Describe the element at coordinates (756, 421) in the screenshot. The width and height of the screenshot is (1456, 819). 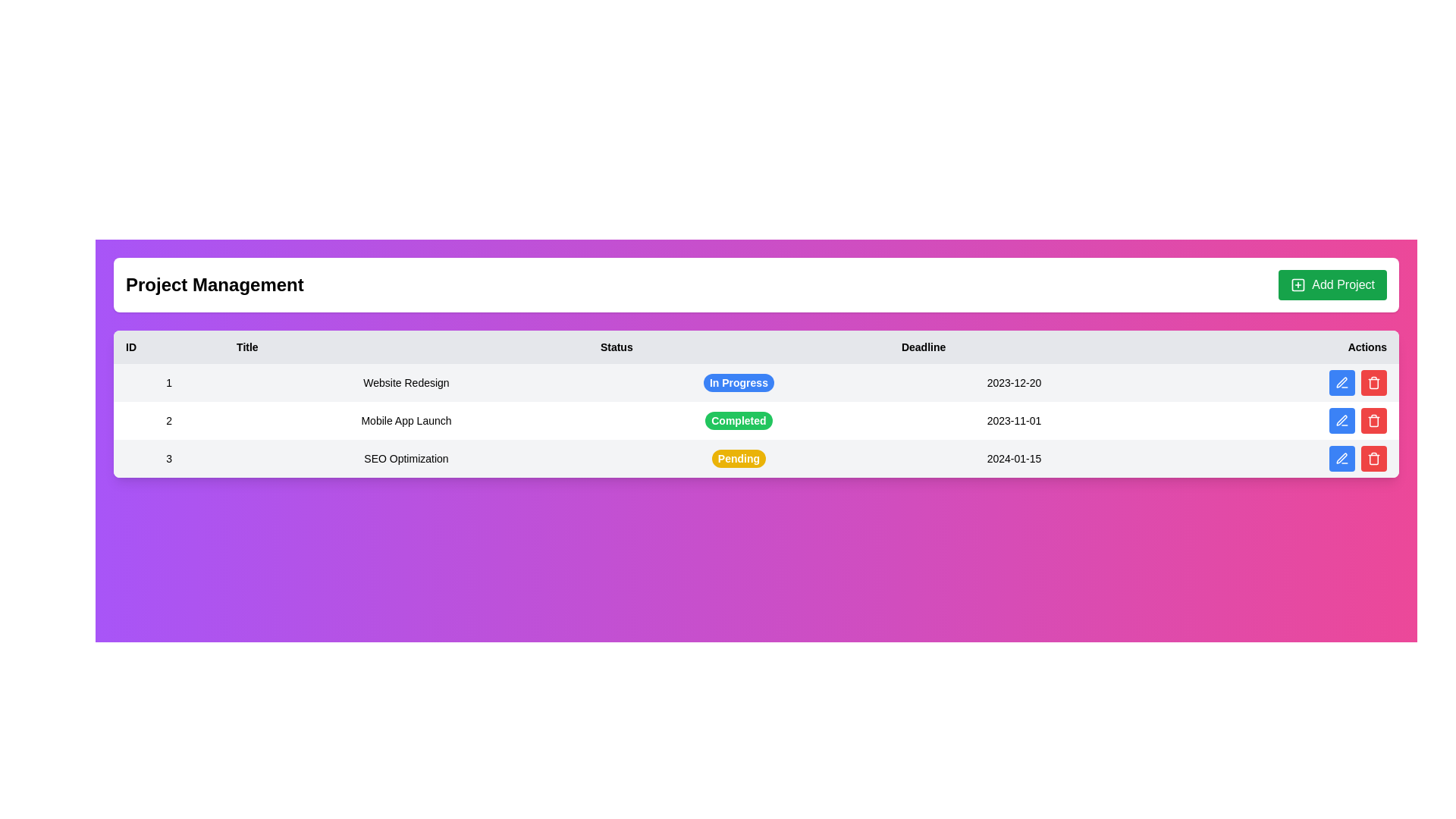
I see `the second row of the project entry table in the 'Project Management' section, which contains task details and action icons` at that location.